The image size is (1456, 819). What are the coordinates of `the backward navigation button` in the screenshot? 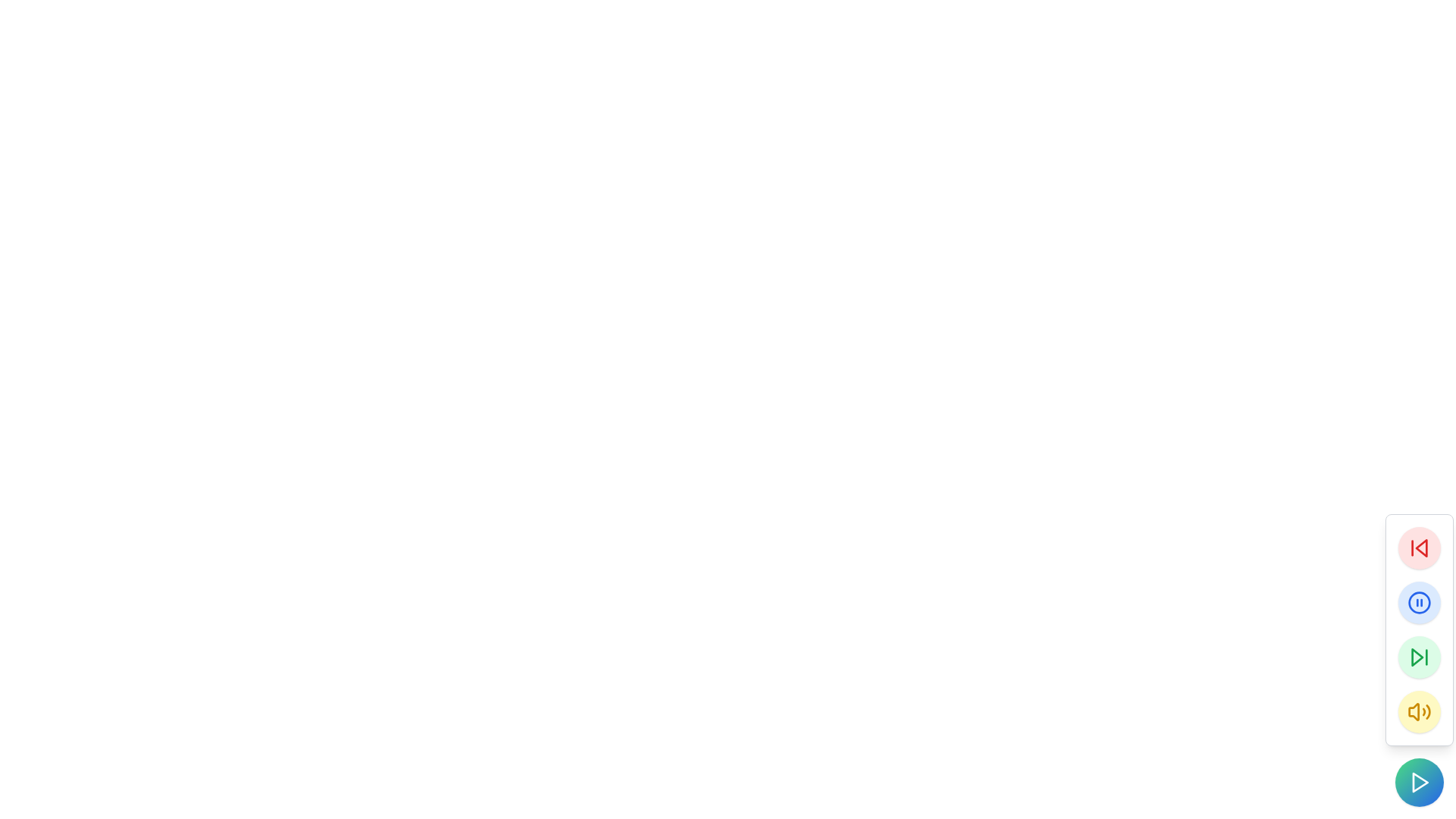 It's located at (1419, 548).